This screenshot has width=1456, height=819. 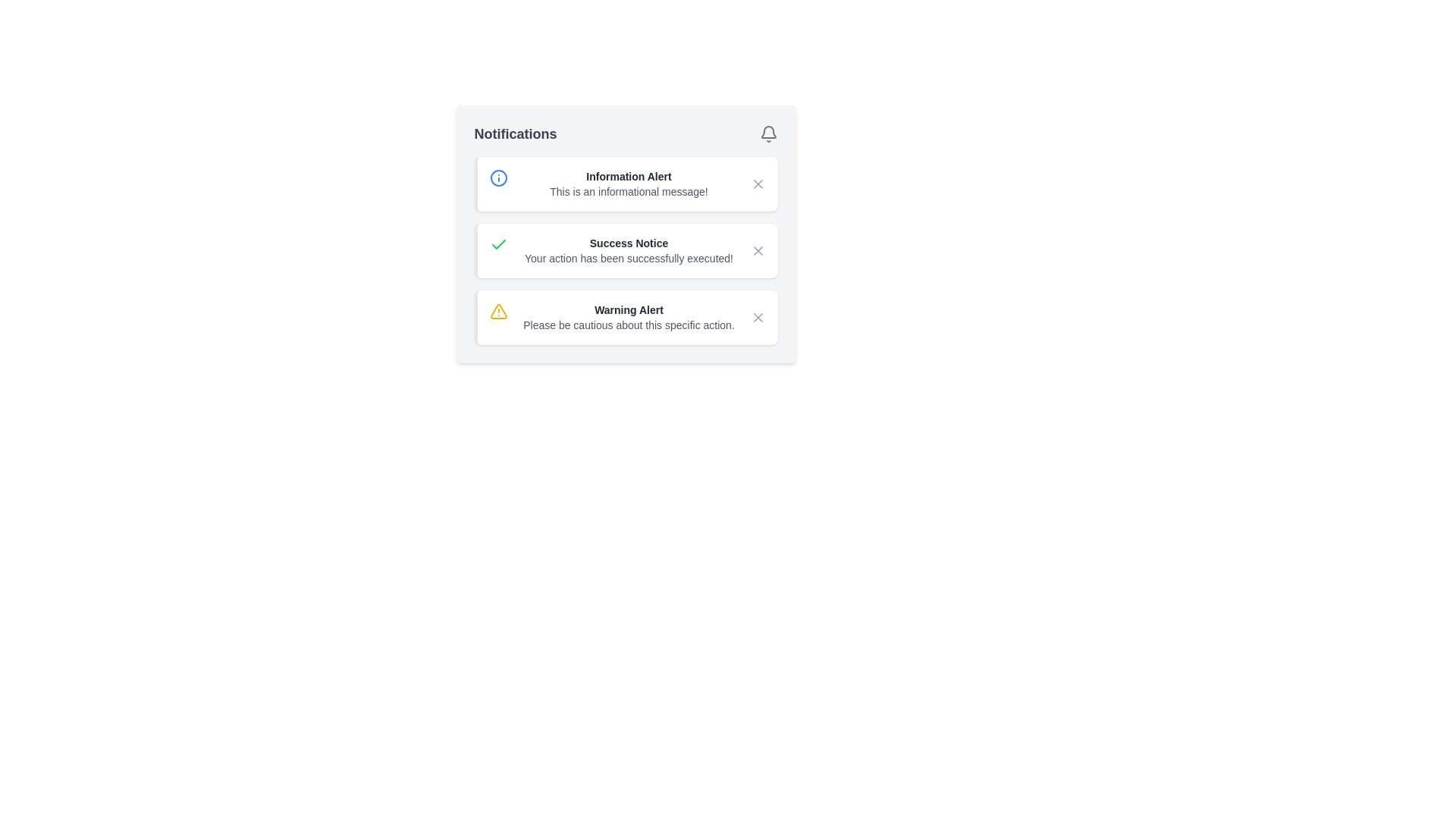 What do you see at coordinates (758, 317) in the screenshot?
I see `the close button (icon) located at the far-right end of the third notification, which is associated with the warning alert message` at bounding box center [758, 317].